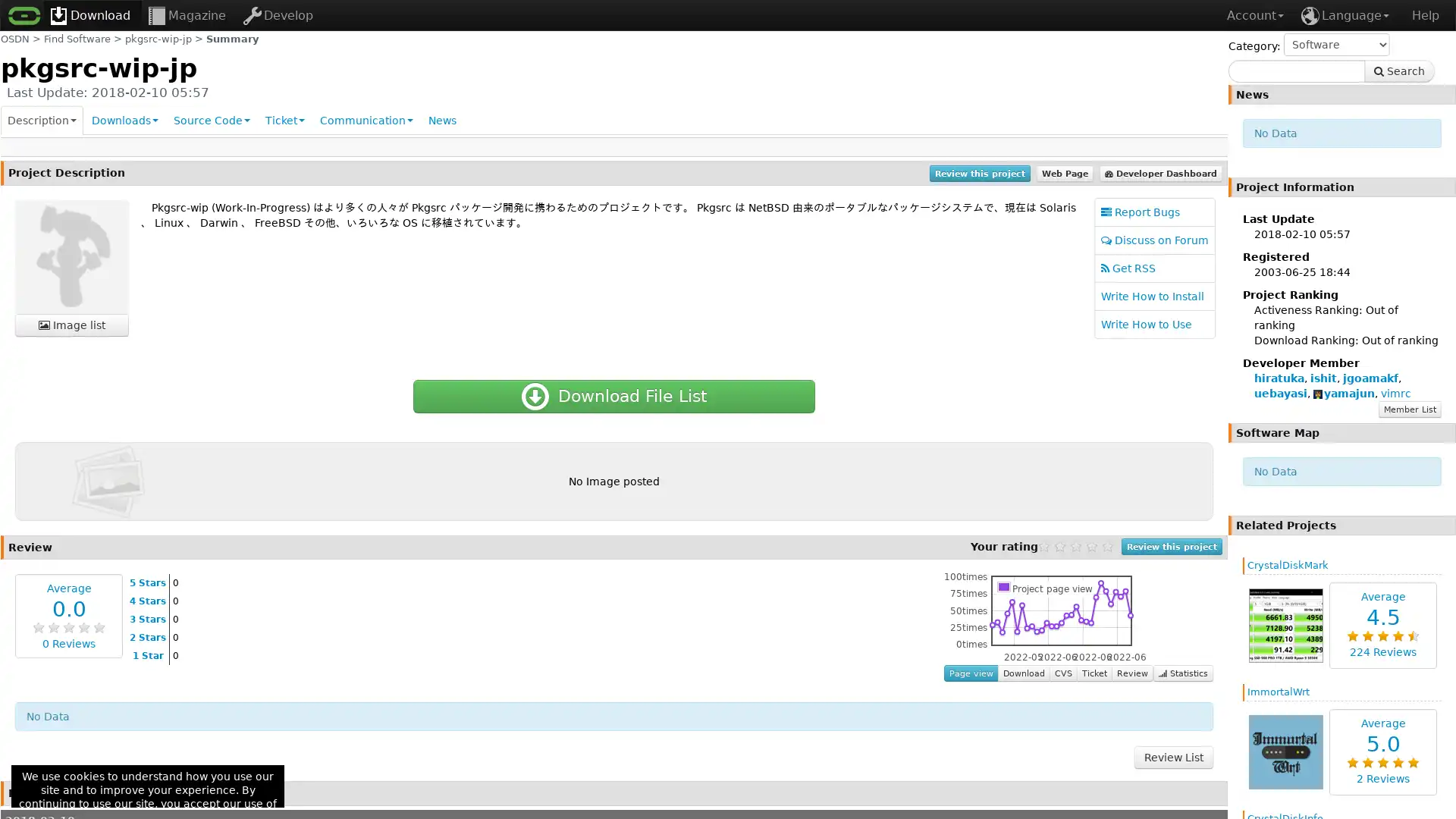 The image size is (1456, 819). Describe the element at coordinates (1132, 672) in the screenshot. I see `Review` at that location.